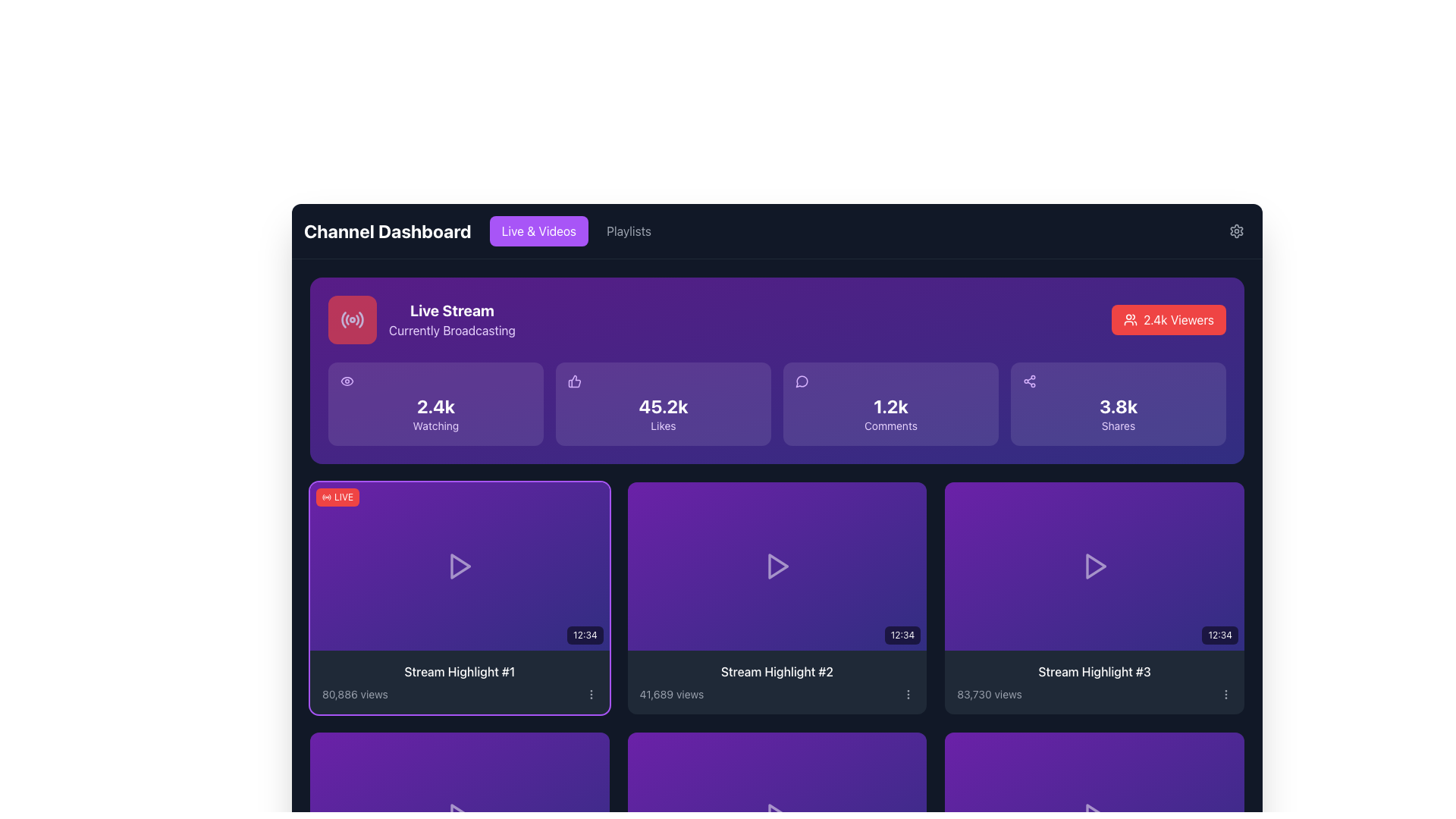 The height and width of the screenshot is (819, 1456). Describe the element at coordinates (352, 318) in the screenshot. I see `the Icon Button (Non-Interactive) that indicates the live streaming feature, located at the top-left side of the purple-colored section labeled 'Live Stream - Currently Broadcasting'` at that location.